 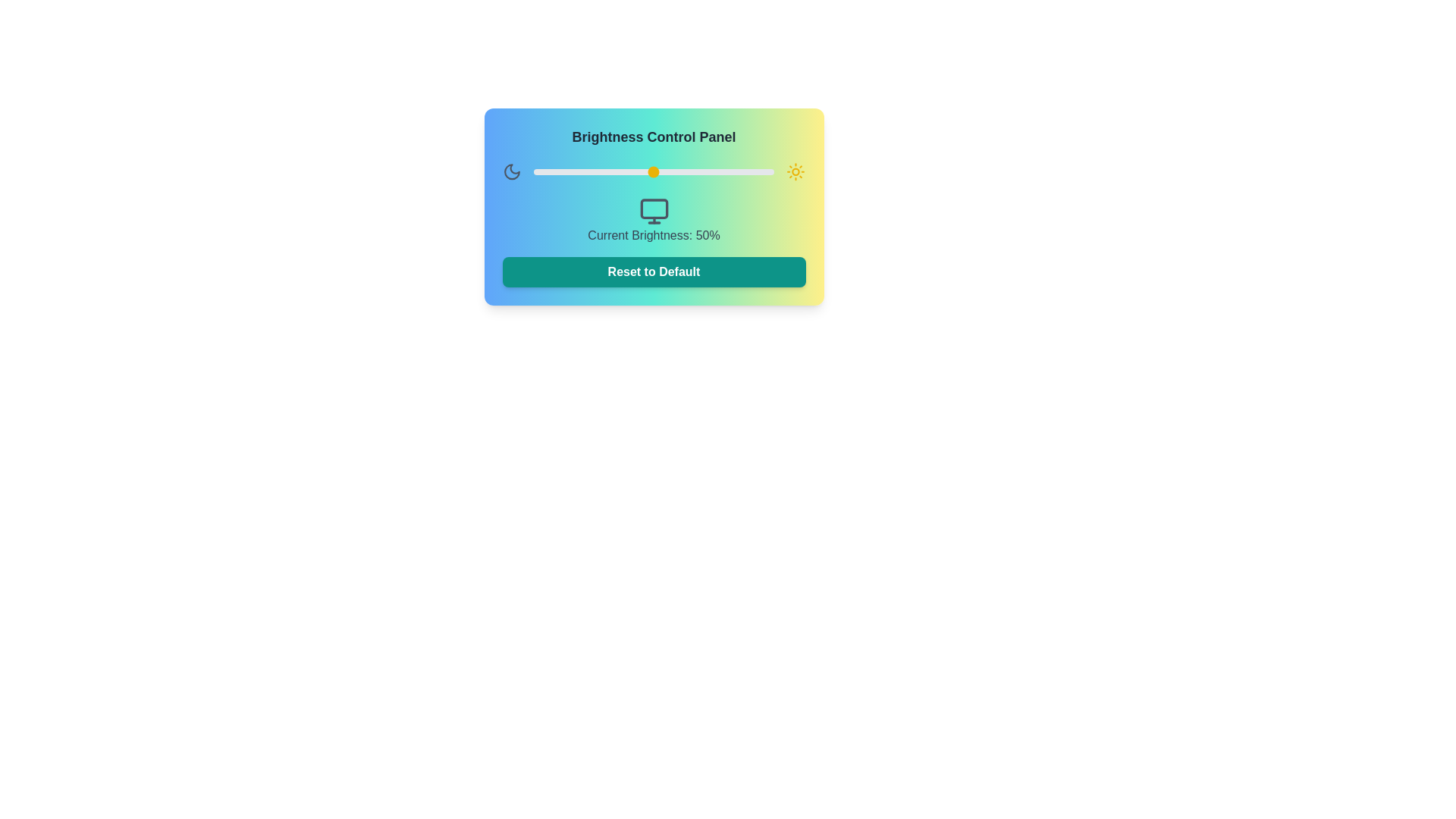 What do you see at coordinates (557, 171) in the screenshot?
I see `the brightness level` at bounding box center [557, 171].